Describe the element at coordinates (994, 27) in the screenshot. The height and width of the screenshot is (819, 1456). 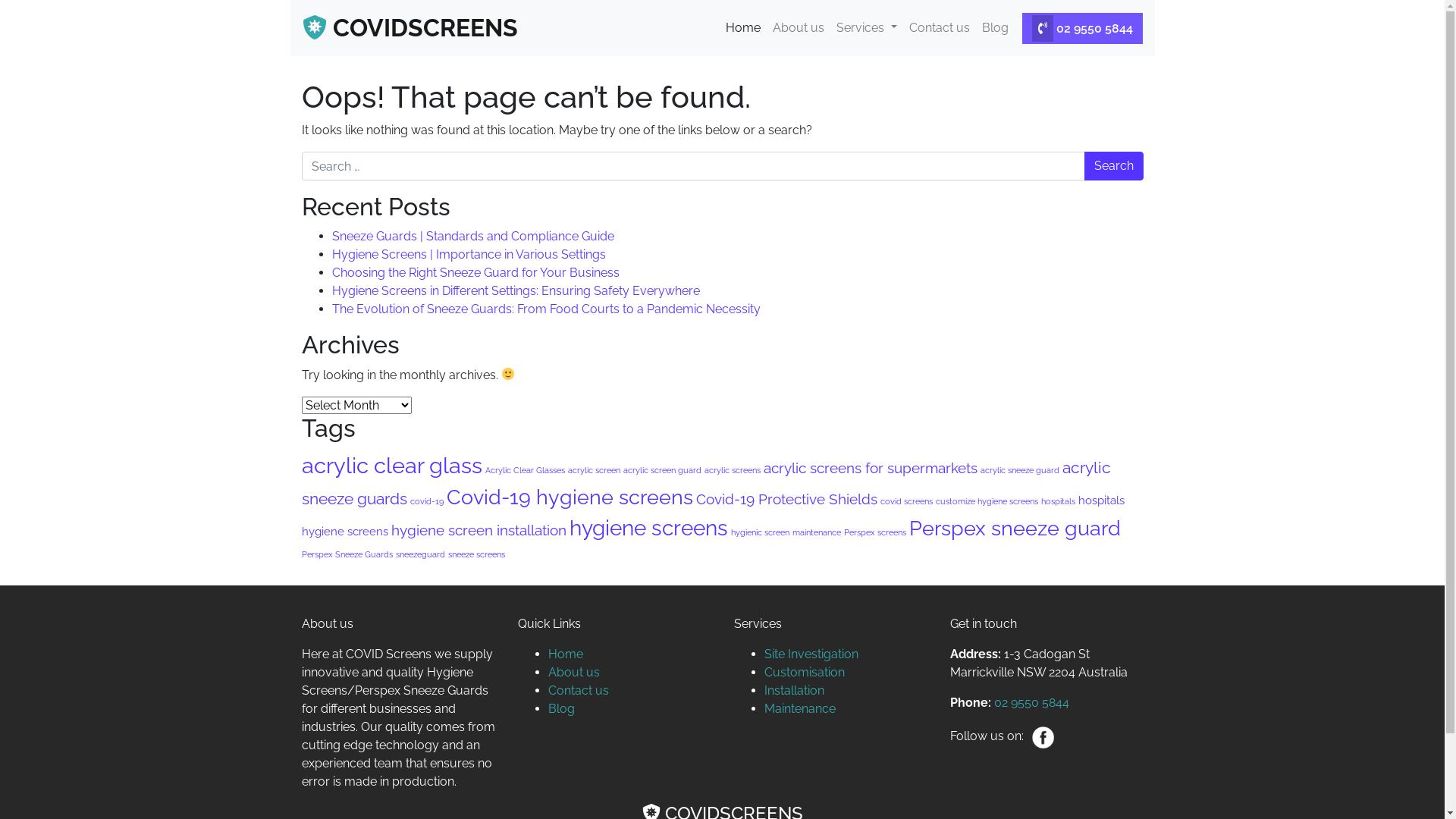
I see `'Blog'` at that location.